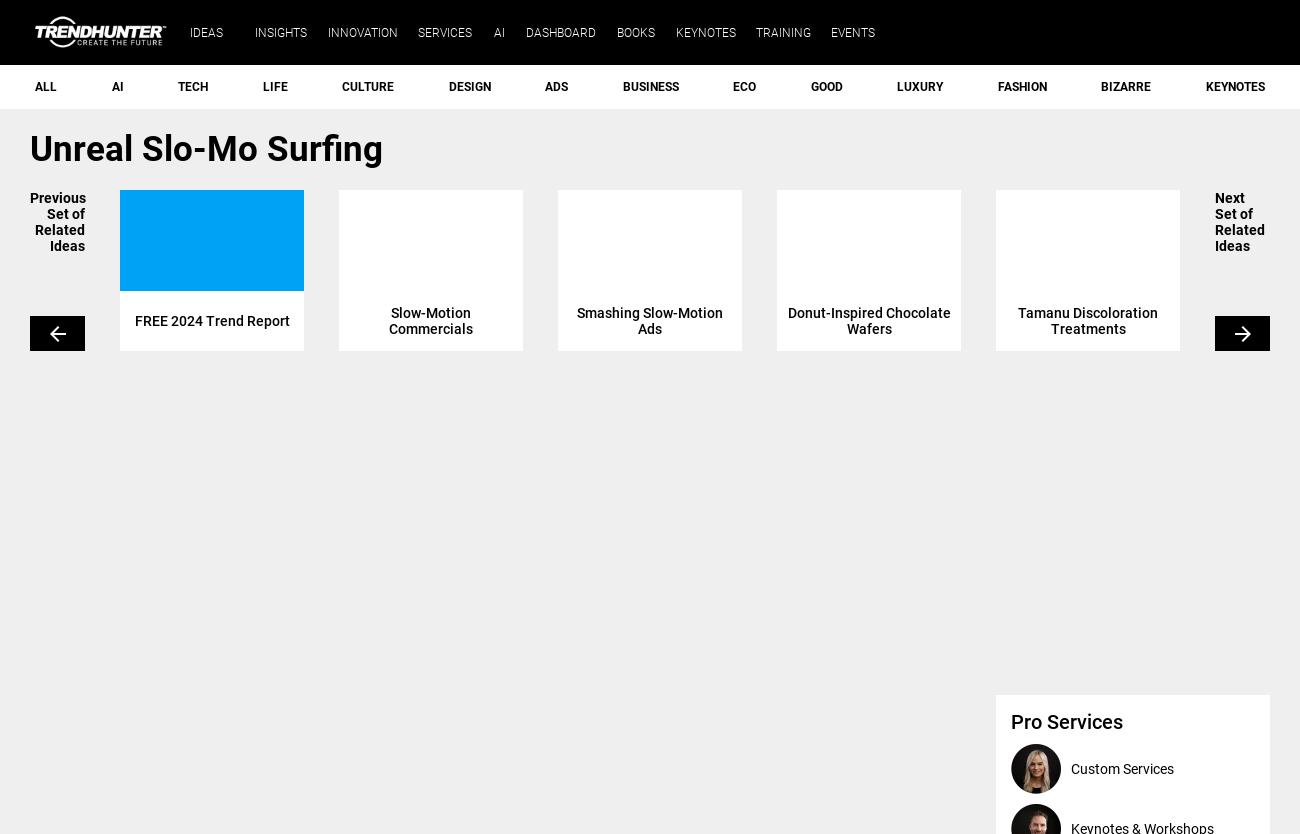 This screenshot has width=1300, height=834. Describe the element at coordinates (1020, 85) in the screenshot. I see `'Fashion'` at that location.